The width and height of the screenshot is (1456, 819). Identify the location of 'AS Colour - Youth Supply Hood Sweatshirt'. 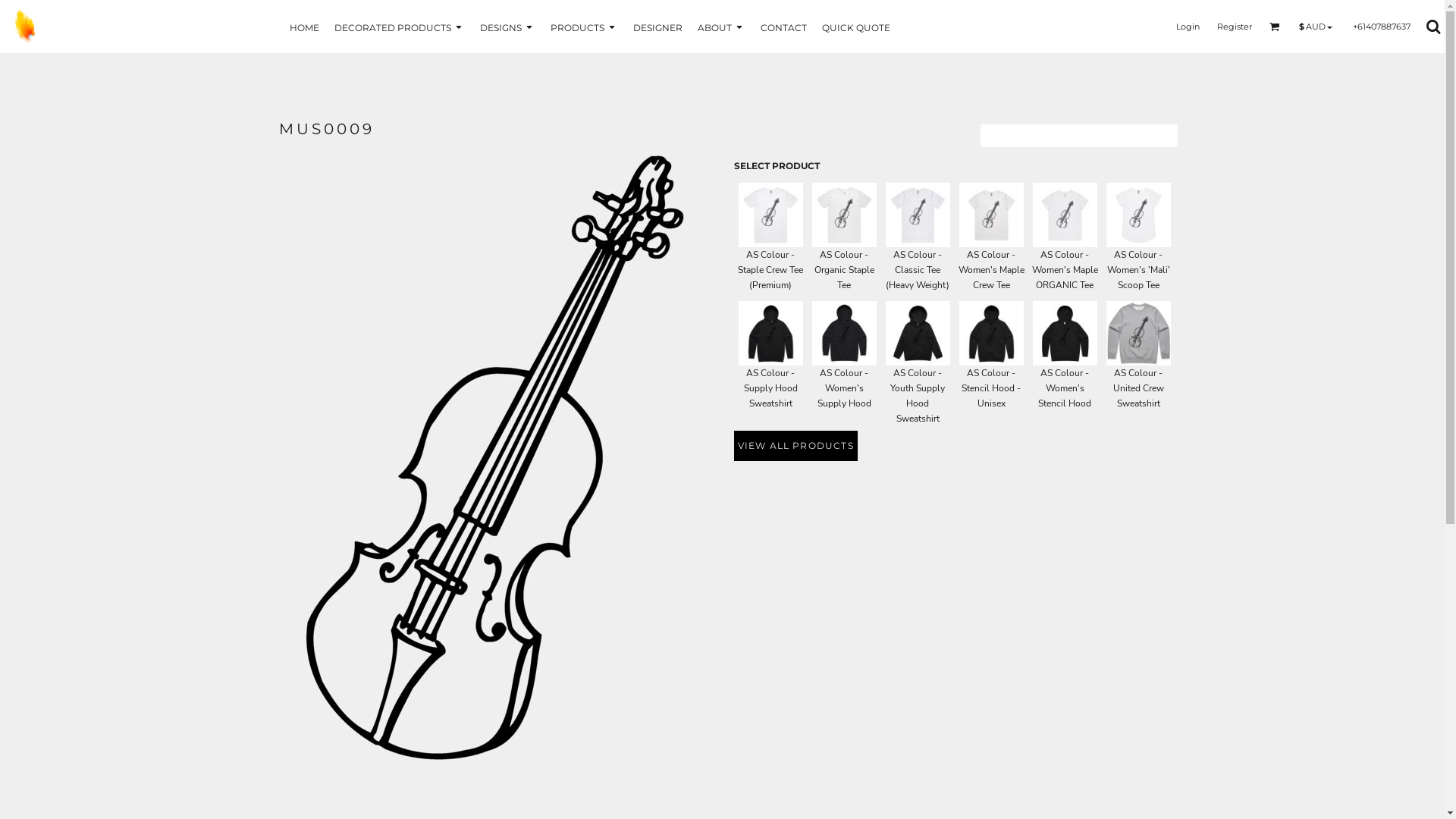
(916, 332).